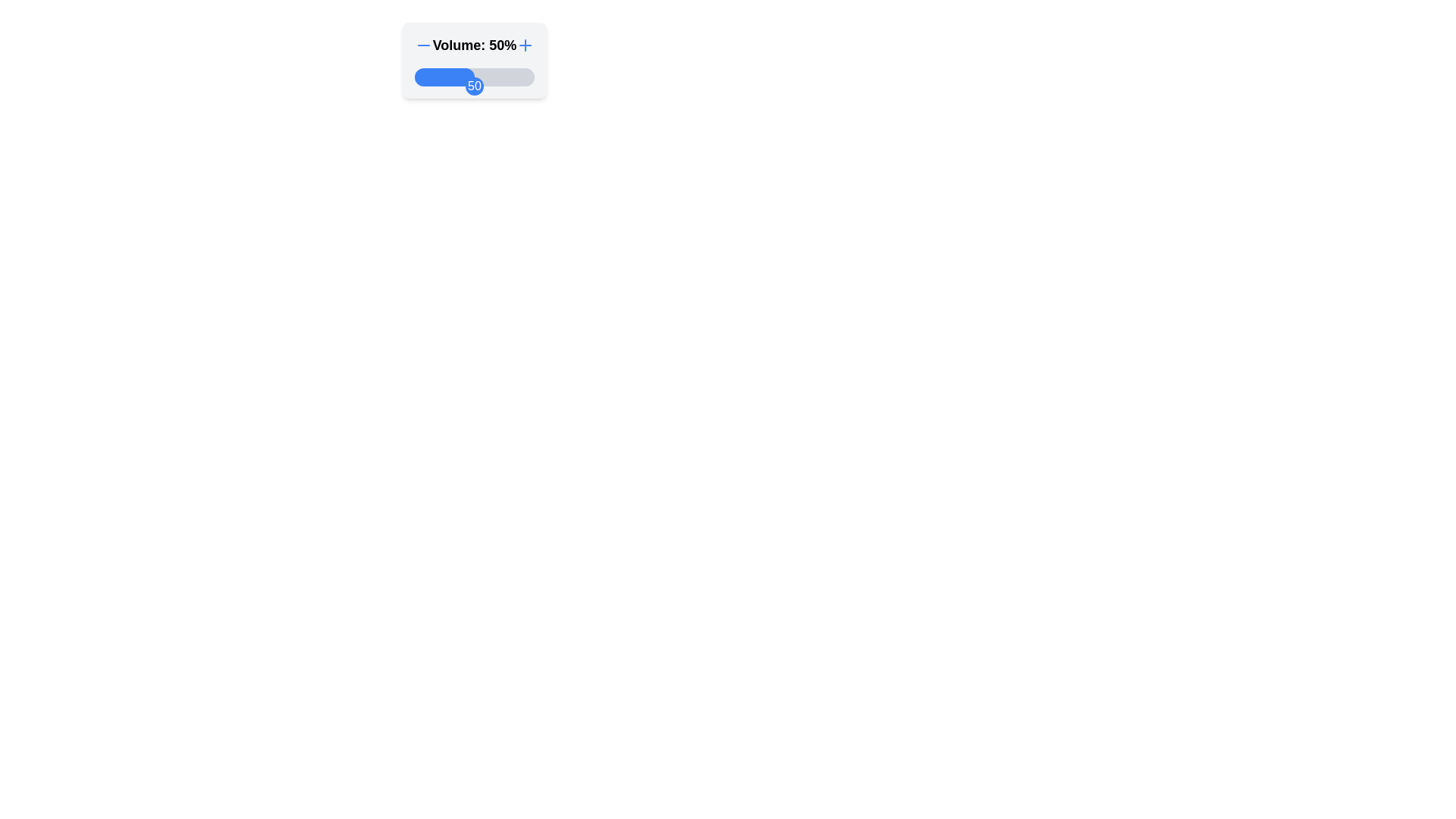 Image resolution: width=1456 pixels, height=819 pixels. Describe the element at coordinates (526, 45) in the screenshot. I see `the plus sign button located to the right of the text 'Volume: 50%'` at that location.